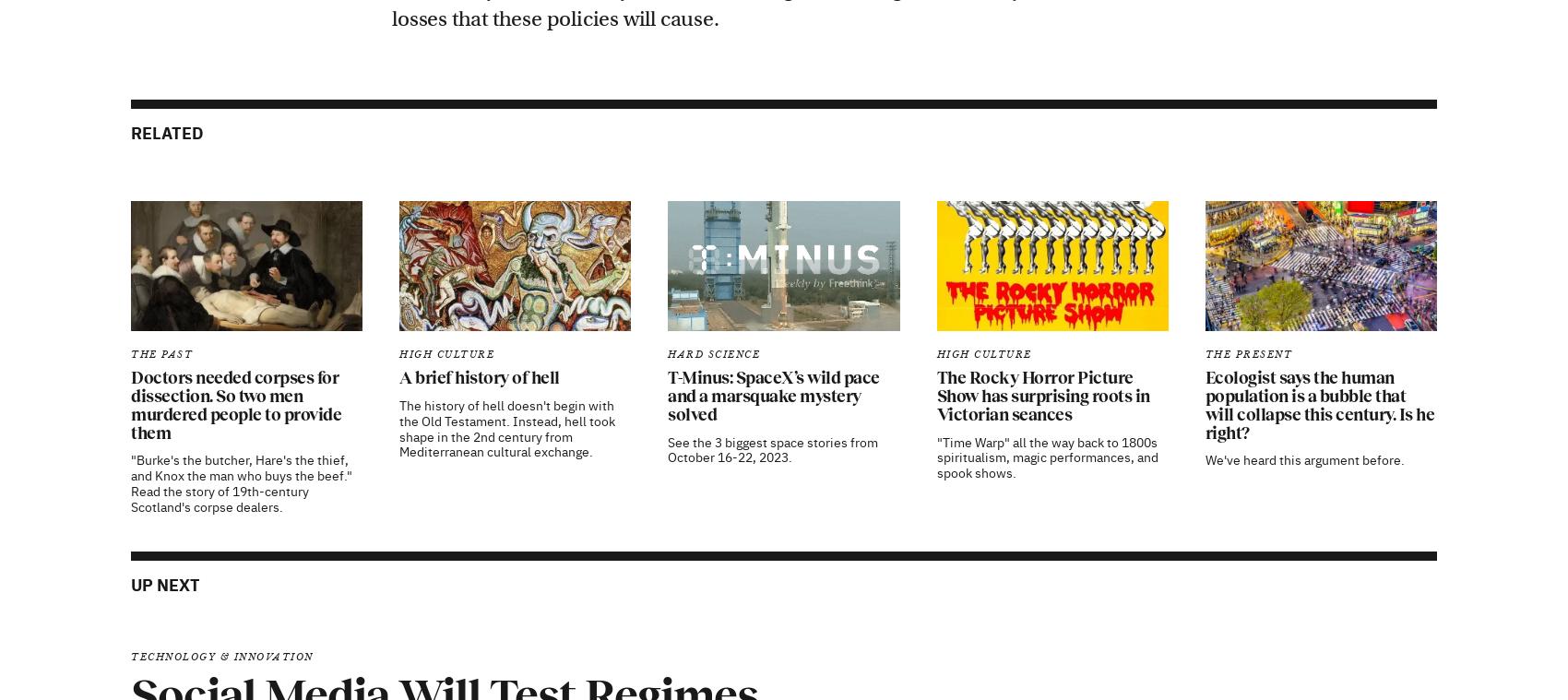 This screenshot has width=1568, height=700. What do you see at coordinates (772, 157) in the screenshot?
I see `'T-Minus: SpaceX’s wild pace and a marsquake mystery solved'` at bounding box center [772, 157].